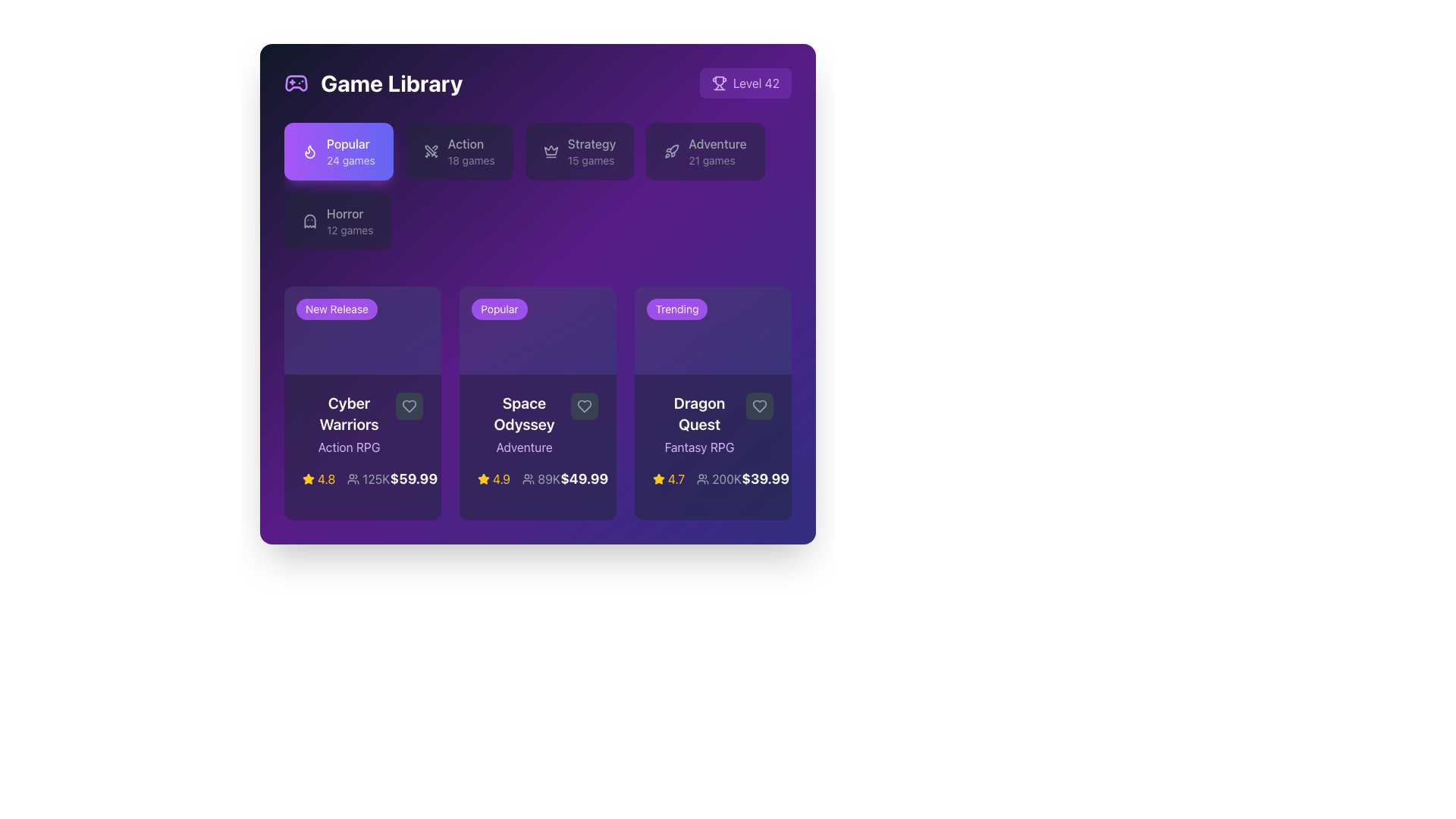 This screenshot has height=819, width=1456. I want to click on the star icon indicating a rating of '4.9' located in the details section of the 'Space Odyssey' card, positioned at the bottom left of the card, so click(483, 479).